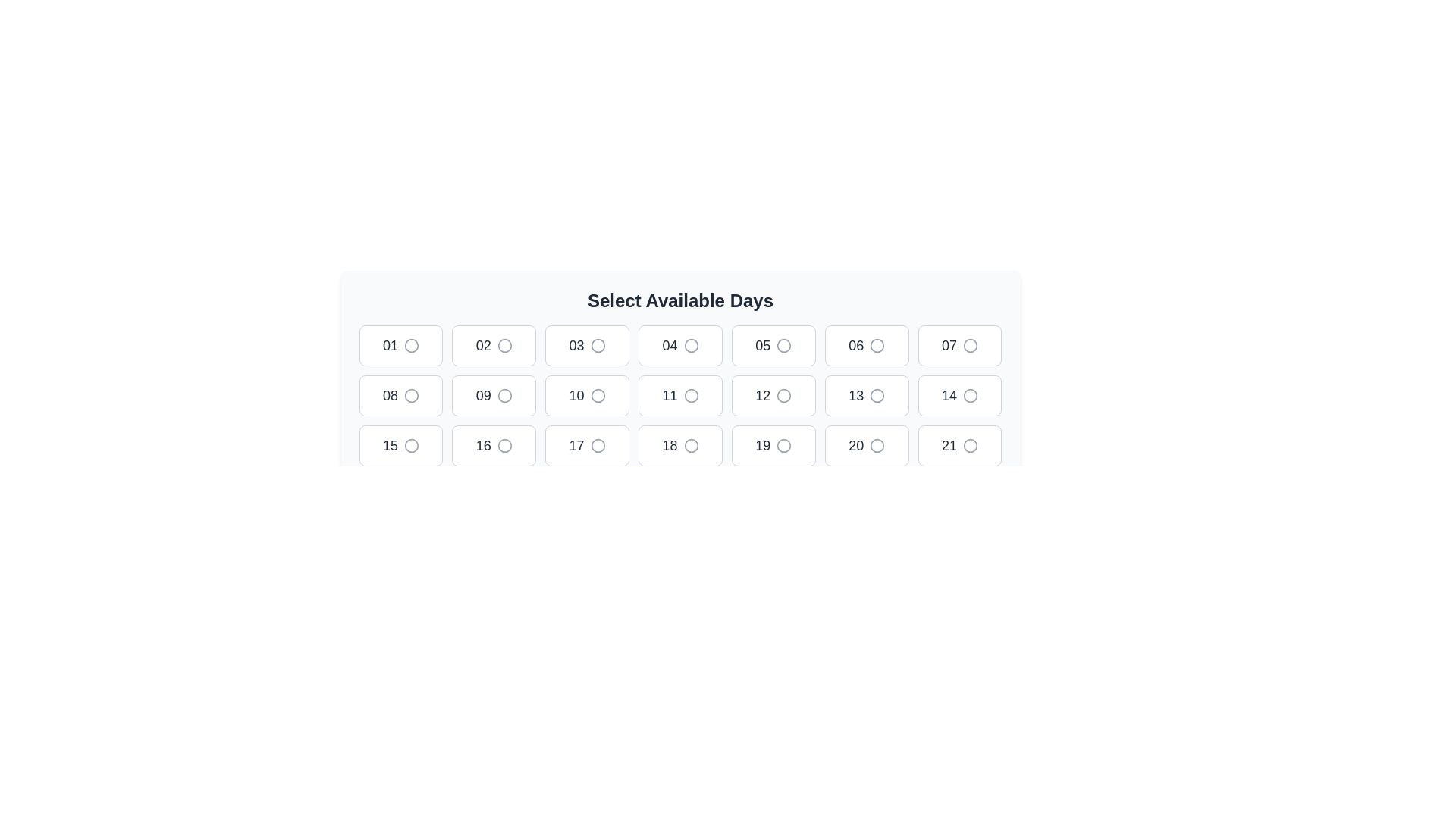 This screenshot has width=1456, height=819. Describe the element at coordinates (867, 394) in the screenshot. I see `the radio button labeled '13' in the 'Select Available Days' grid` at that location.